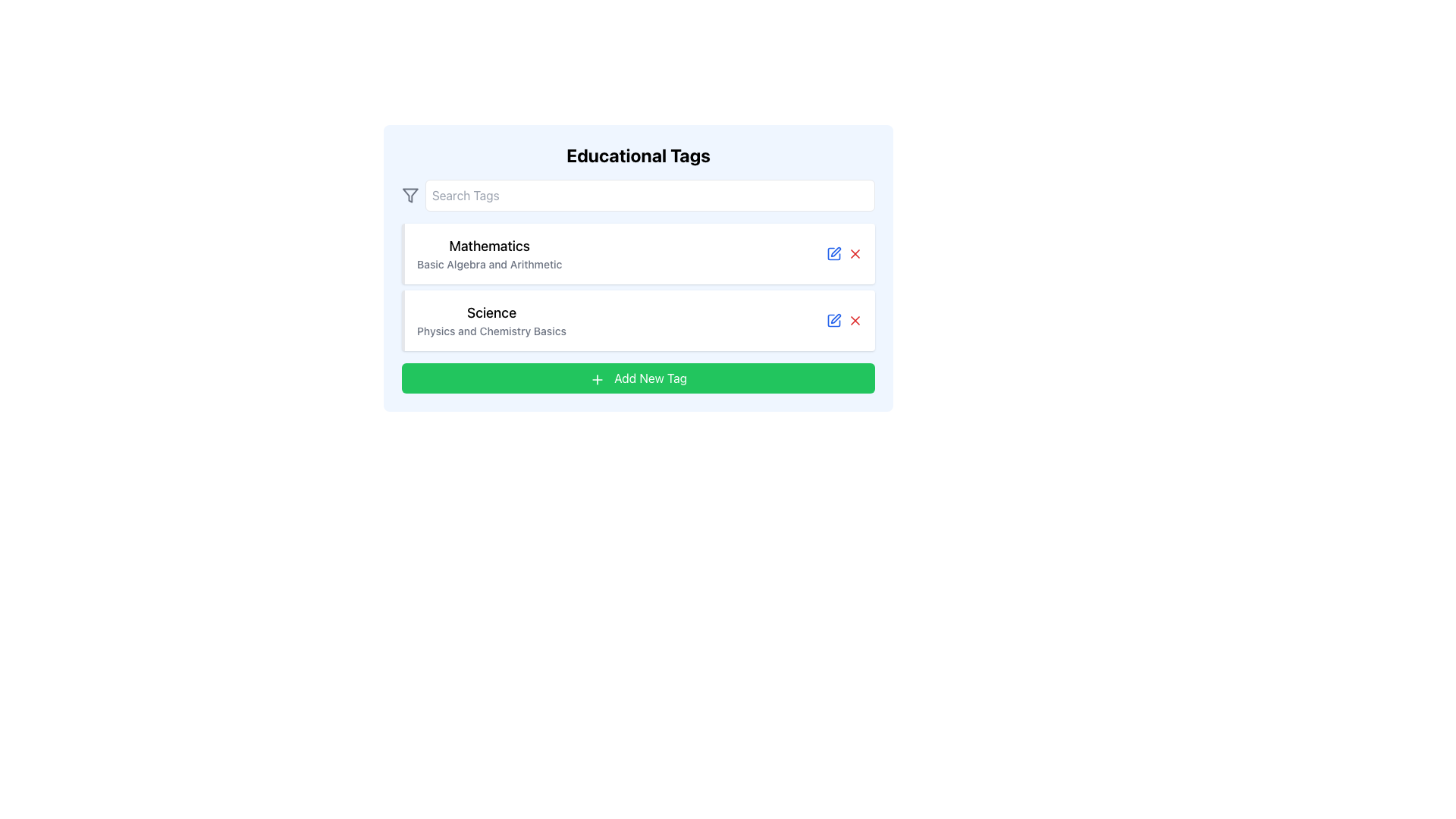 This screenshot has width=1456, height=819. Describe the element at coordinates (855, 320) in the screenshot. I see `the small red 'X' icon button` at that location.